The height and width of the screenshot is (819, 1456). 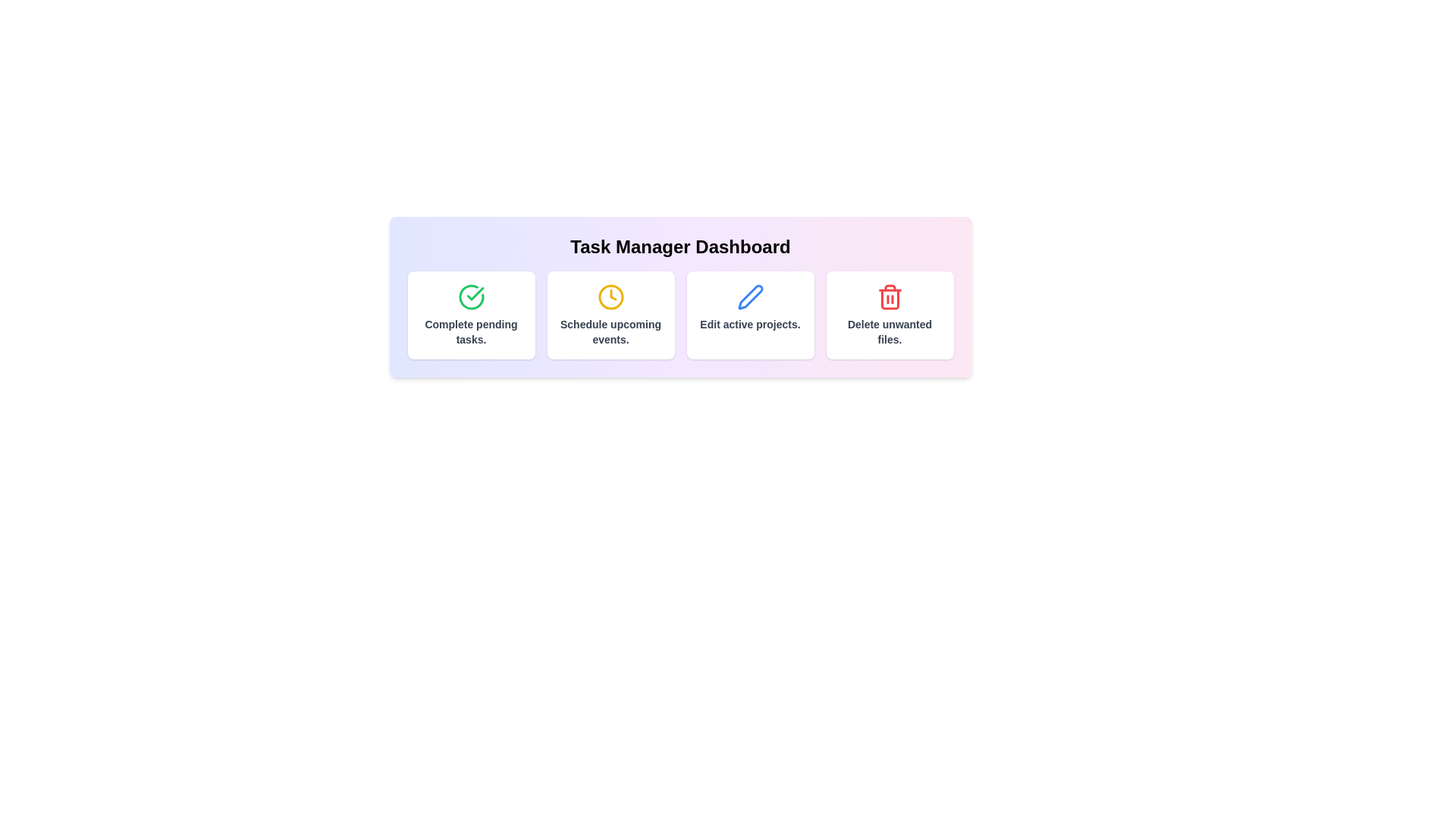 What do you see at coordinates (750, 315) in the screenshot?
I see `the button located in the central-right position of the grid, which activates the editing functionality for active projects` at bounding box center [750, 315].